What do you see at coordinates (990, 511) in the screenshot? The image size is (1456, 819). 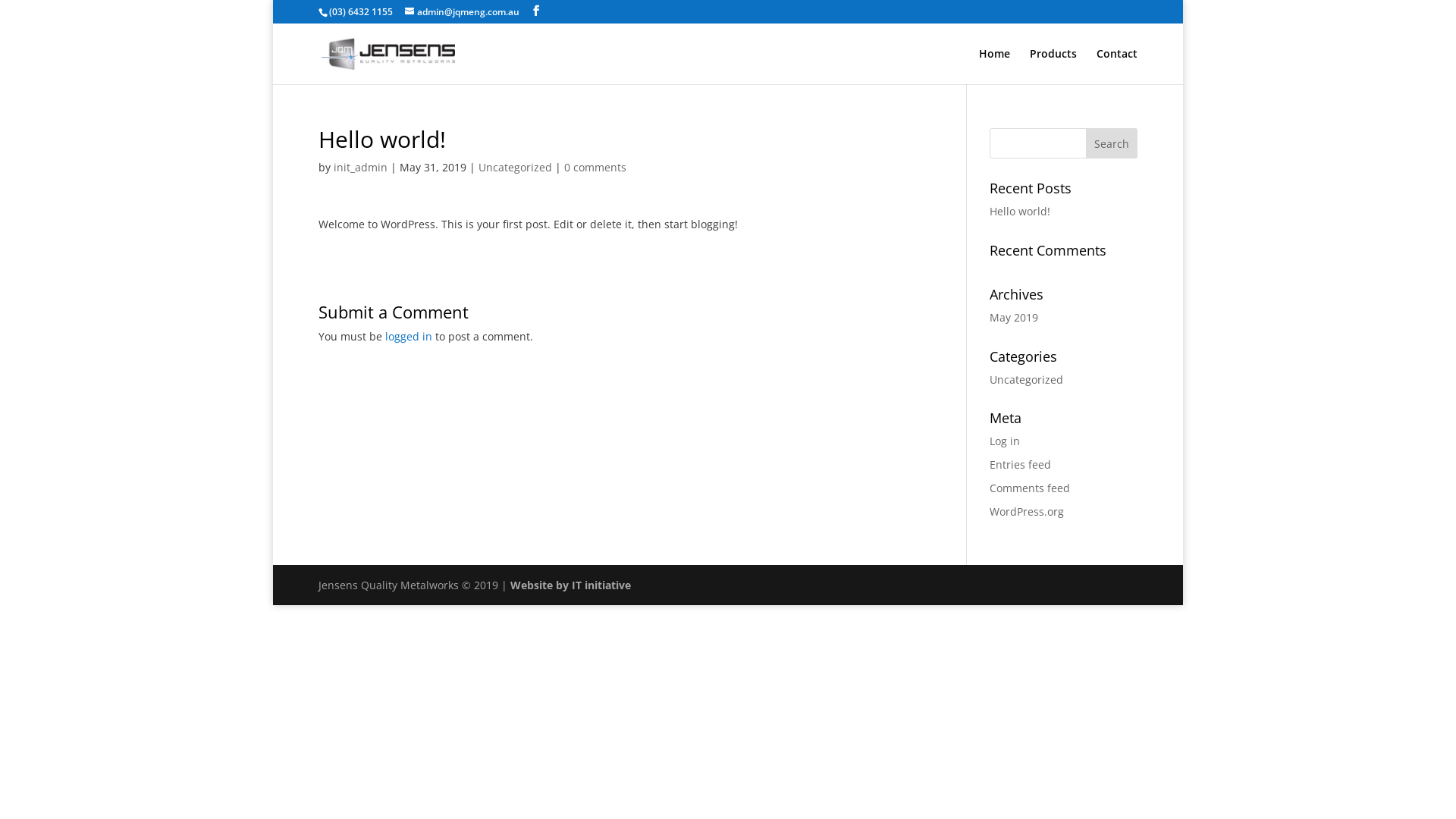 I see `'WordPress.org'` at bounding box center [990, 511].